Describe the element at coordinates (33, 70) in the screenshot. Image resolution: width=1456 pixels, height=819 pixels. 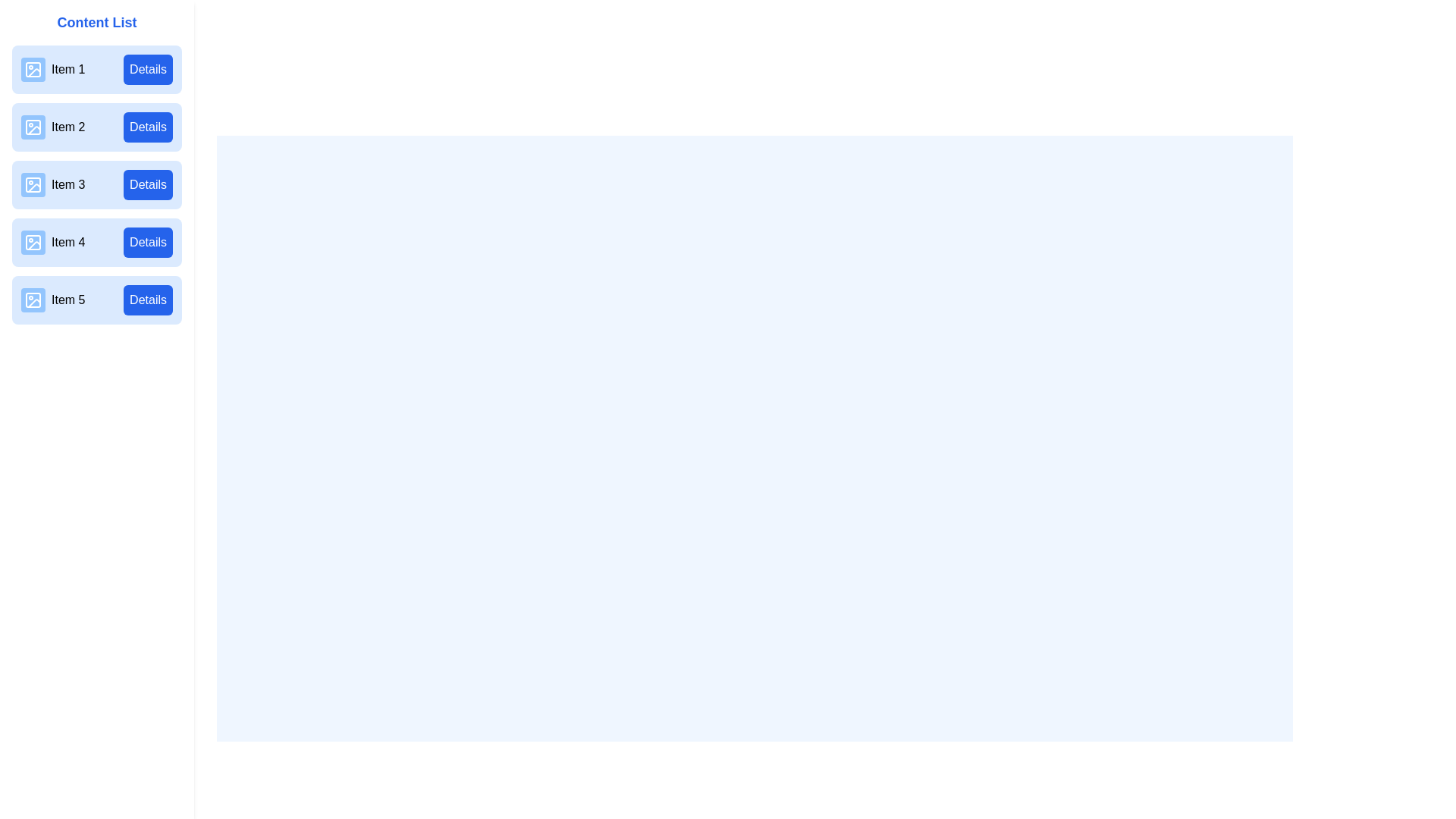
I see `the small square-shaped icon with a light blue background and rounded corners located to the left of the text 'Item 1' in the 'Content List.'` at that location.